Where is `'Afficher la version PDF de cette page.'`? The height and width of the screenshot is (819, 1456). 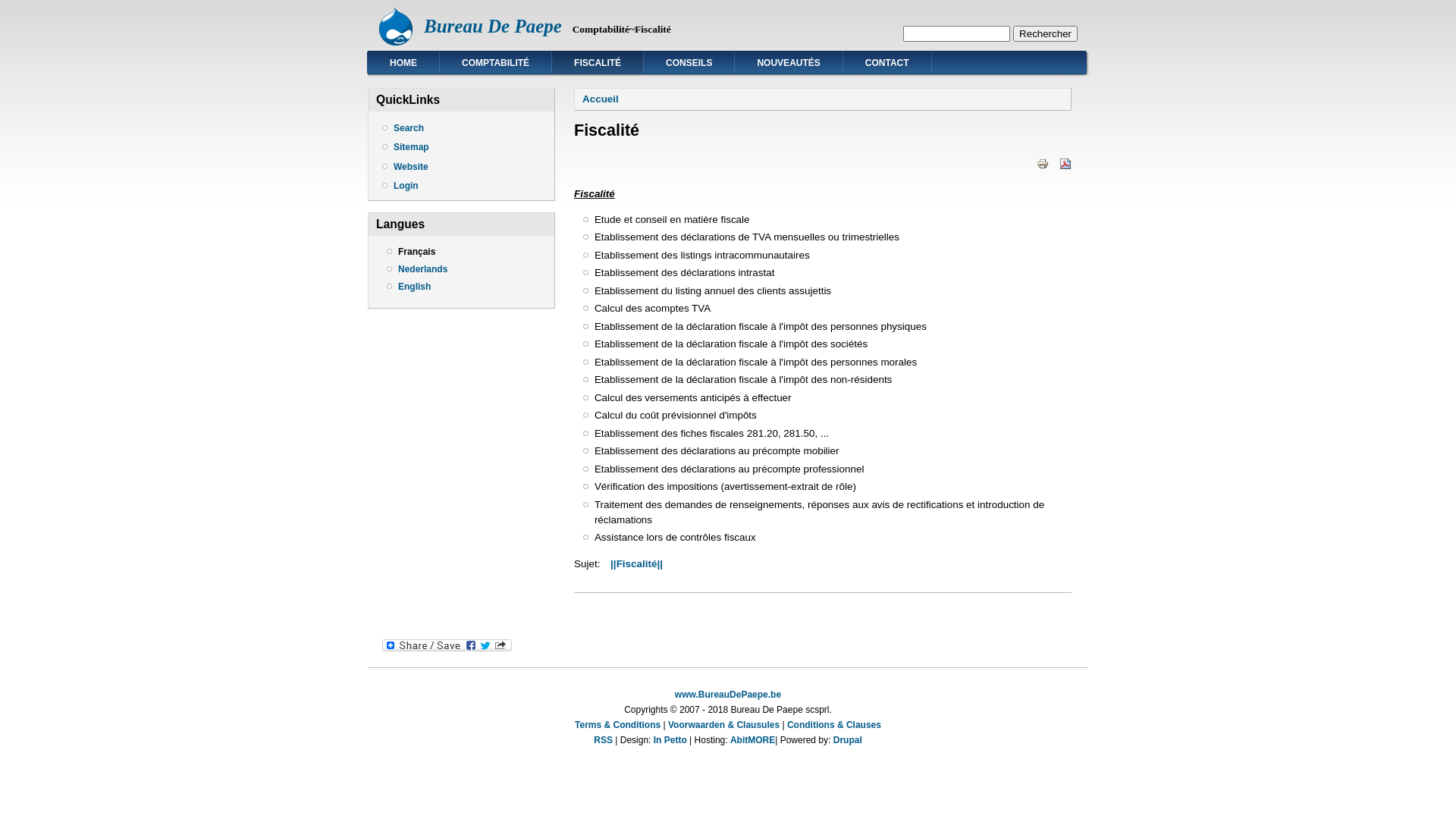
'Afficher la version PDF de cette page.' is located at coordinates (1063, 163).